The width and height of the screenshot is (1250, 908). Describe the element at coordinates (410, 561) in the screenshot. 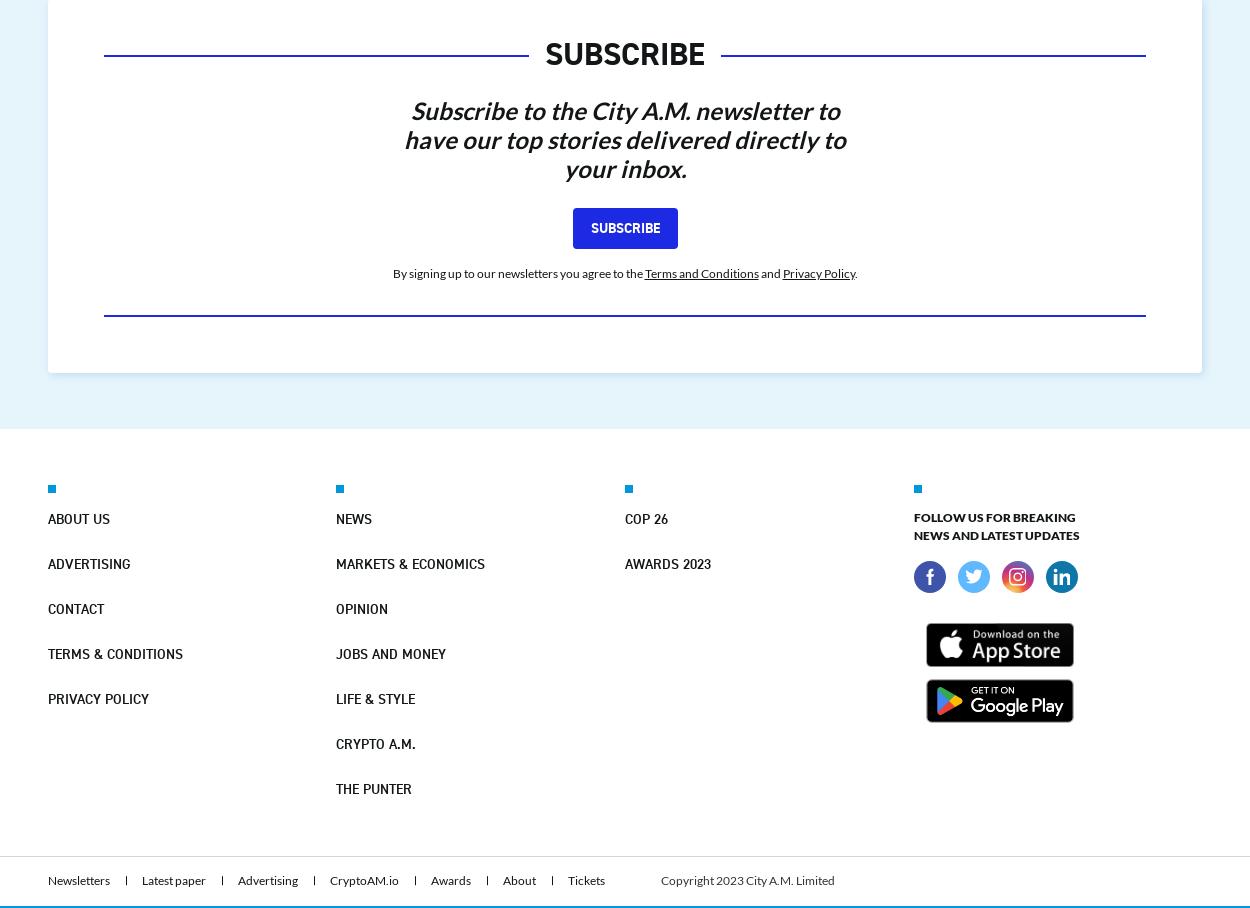

I see `'Markets & Economics'` at that location.